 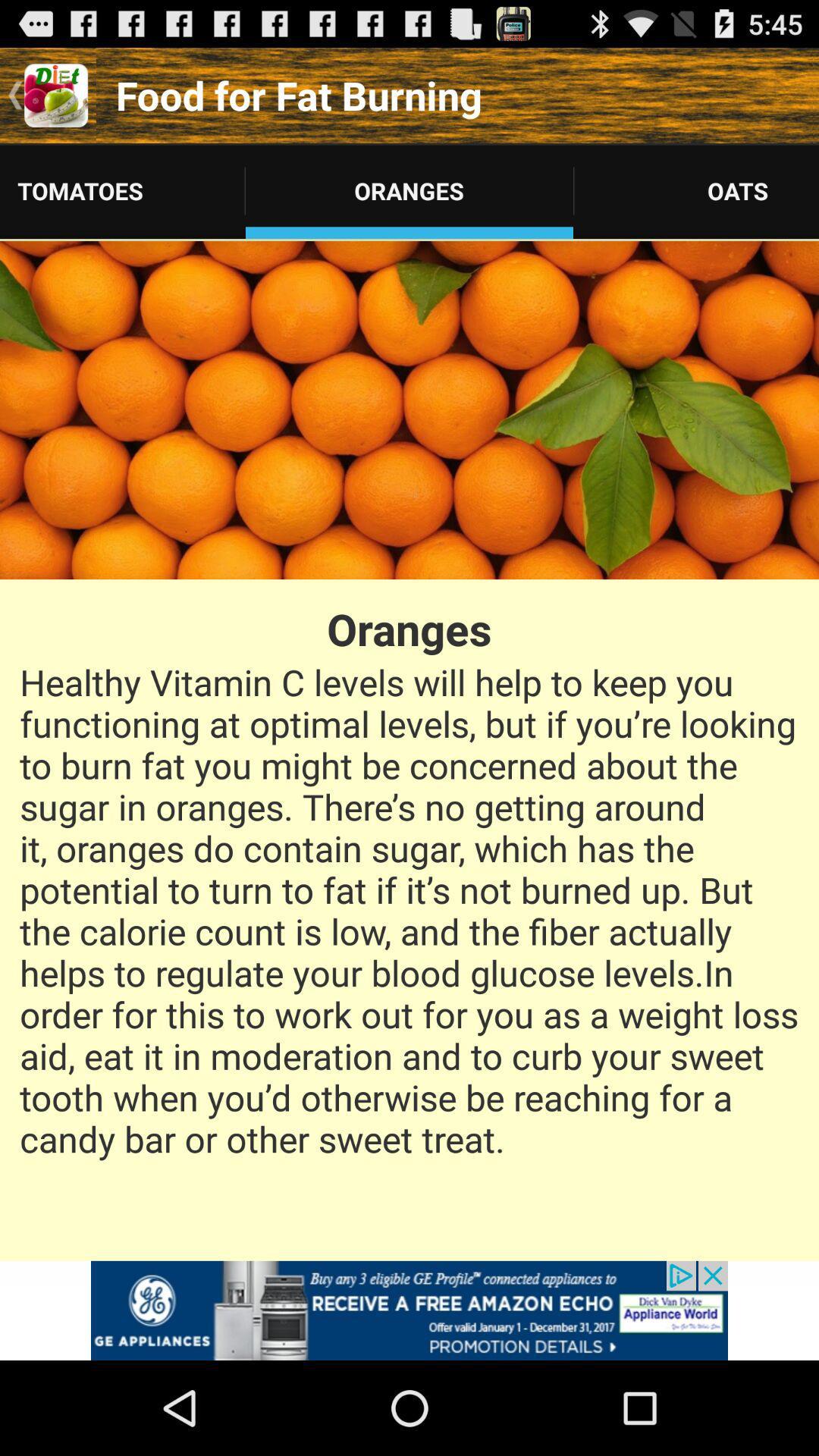 I want to click on open advertisement, so click(x=409, y=1310).